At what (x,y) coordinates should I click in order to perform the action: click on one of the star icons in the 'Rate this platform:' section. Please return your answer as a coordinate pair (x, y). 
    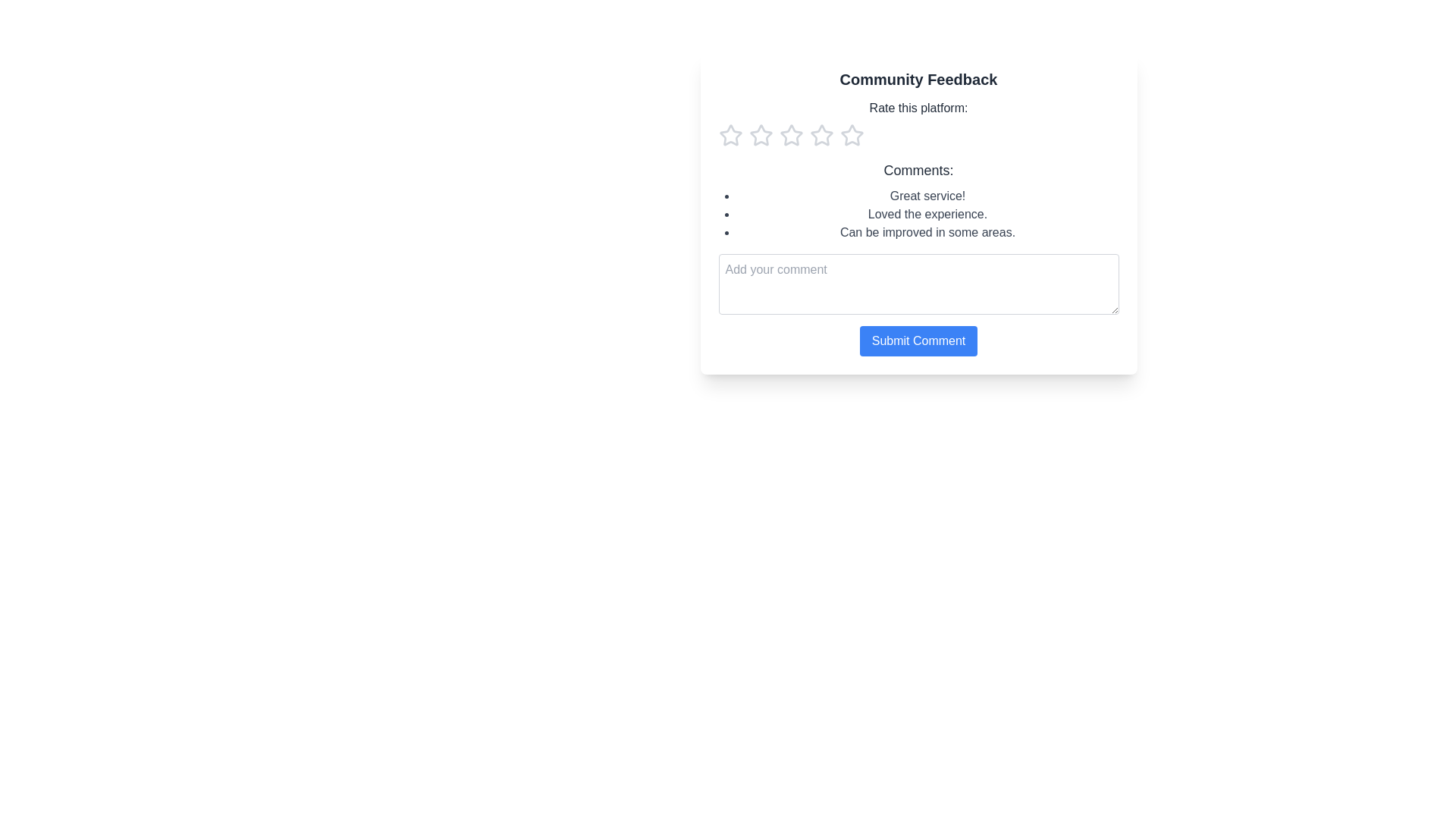
    Looking at the image, I should click on (918, 122).